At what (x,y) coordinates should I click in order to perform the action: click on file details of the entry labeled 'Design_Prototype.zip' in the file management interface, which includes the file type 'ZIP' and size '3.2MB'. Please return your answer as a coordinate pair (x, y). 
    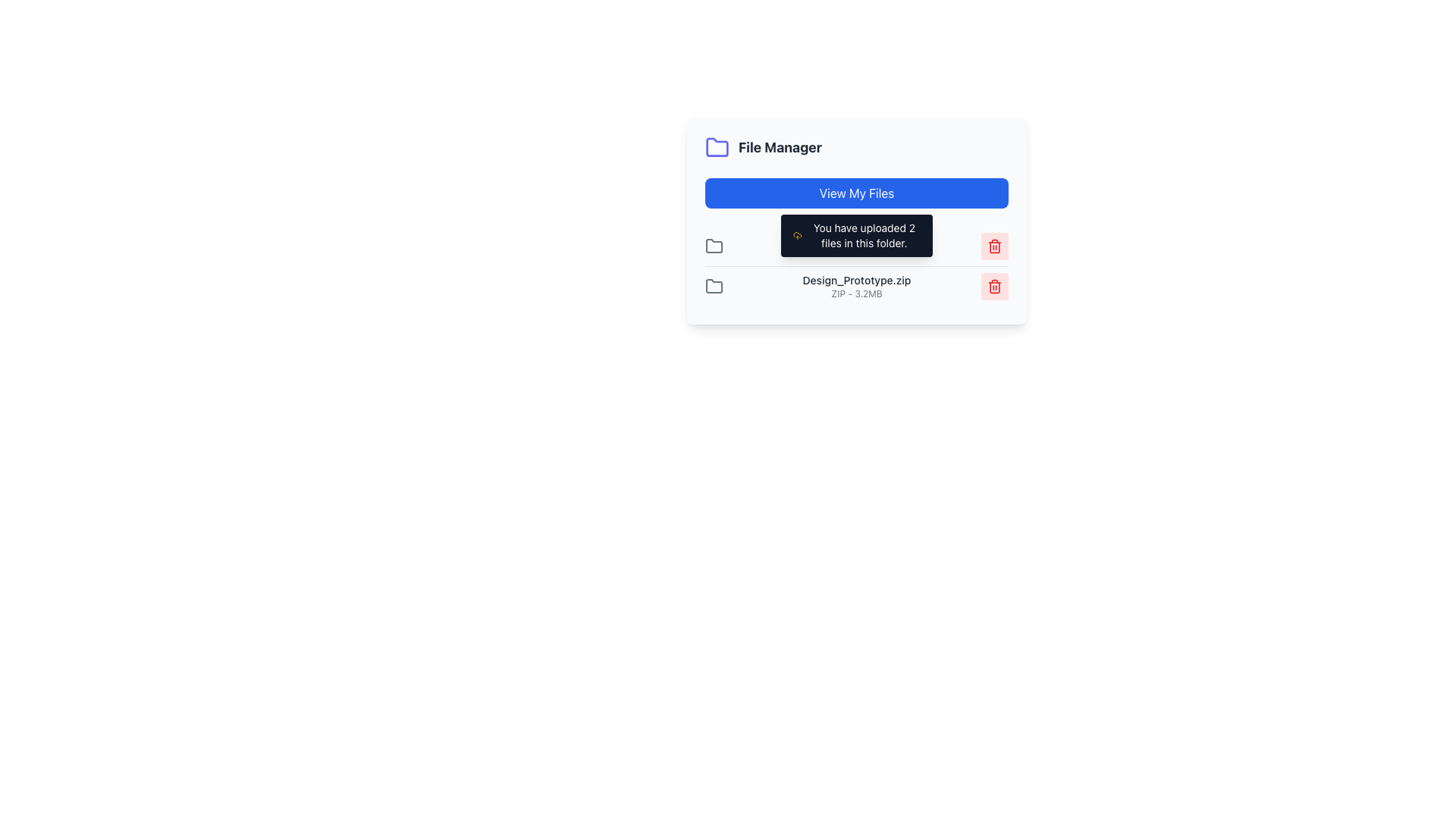
    Looking at the image, I should click on (856, 286).